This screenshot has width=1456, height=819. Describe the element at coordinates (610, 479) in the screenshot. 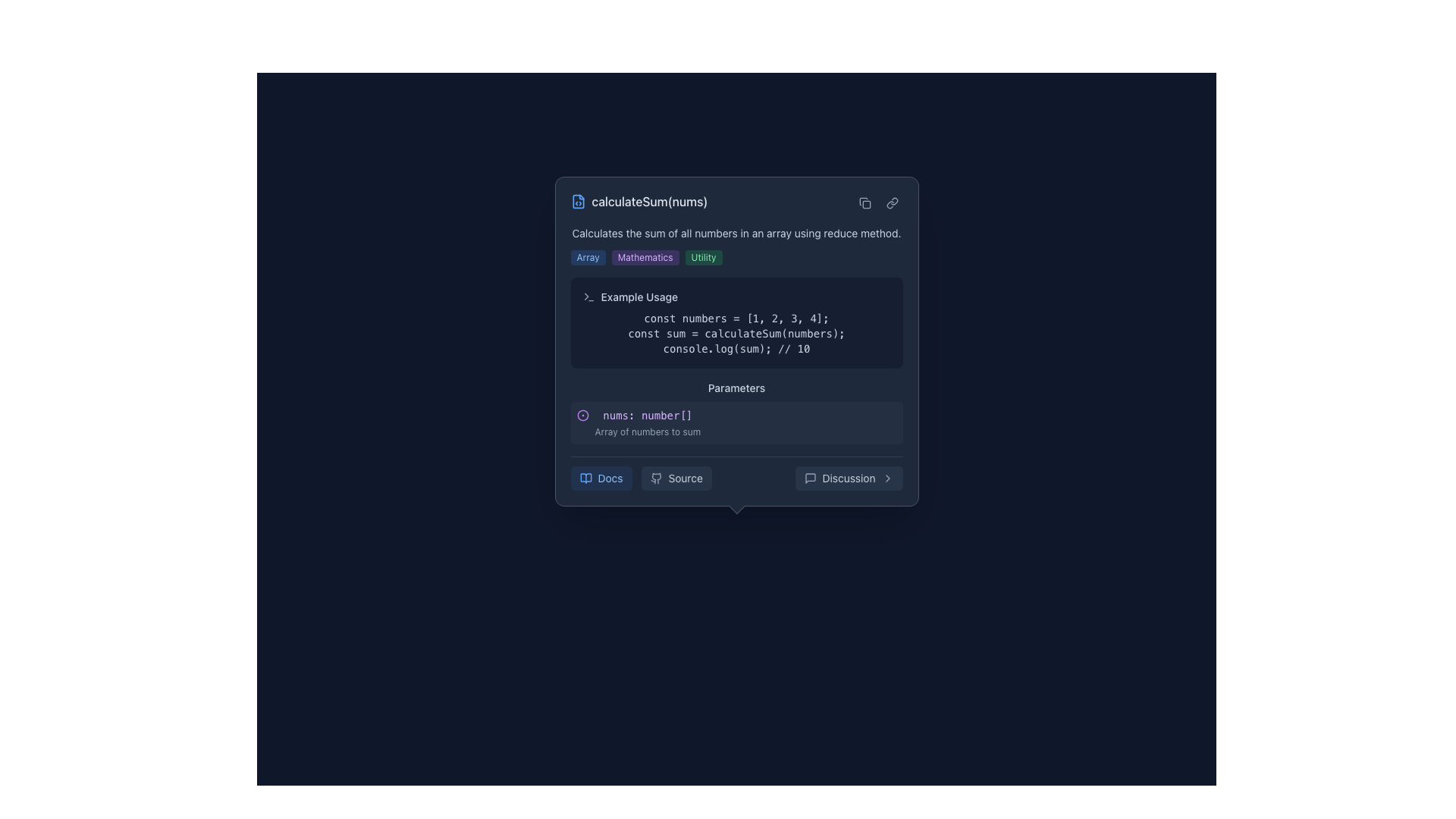

I see `the 'Docs' text link, which is a small blue label in a button-like structure located at the bottom left of the interface` at that location.